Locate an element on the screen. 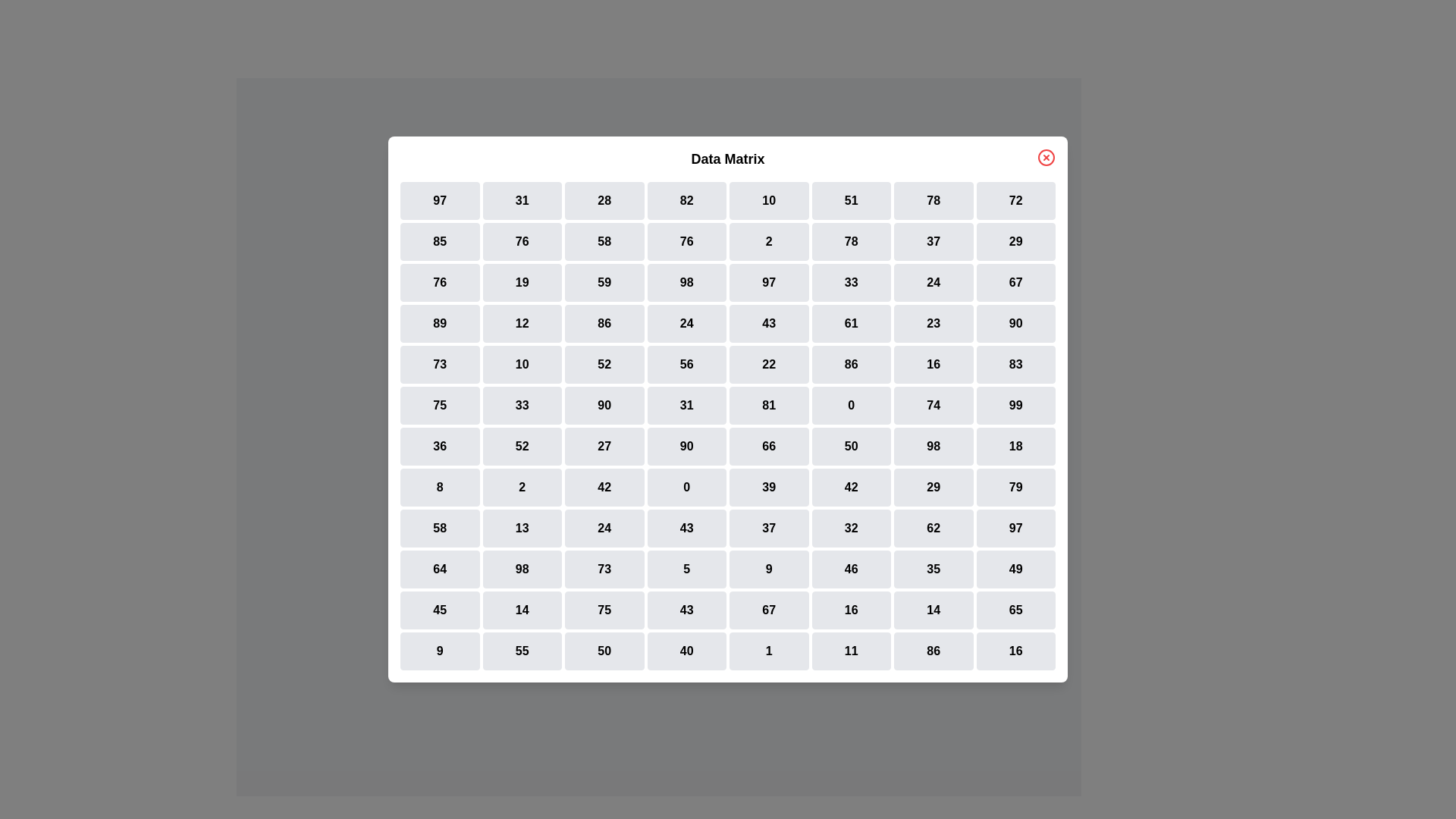 The width and height of the screenshot is (1456, 819). the close button to close the dialog is located at coordinates (1046, 158).